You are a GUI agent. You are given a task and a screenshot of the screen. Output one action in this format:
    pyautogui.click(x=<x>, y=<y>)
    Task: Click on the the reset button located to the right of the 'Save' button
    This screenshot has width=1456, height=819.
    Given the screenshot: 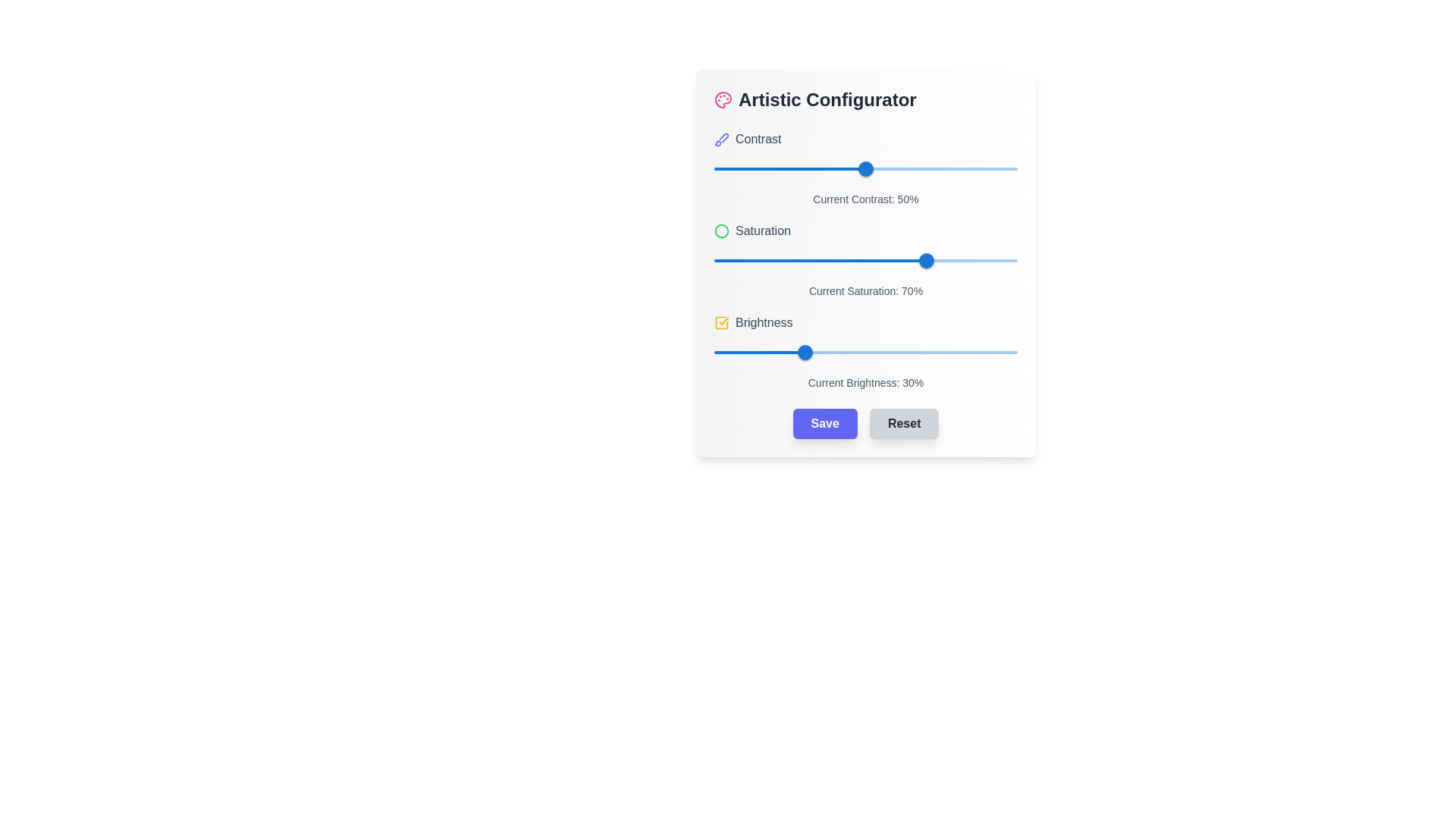 What is the action you would take?
    pyautogui.click(x=904, y=424)
    